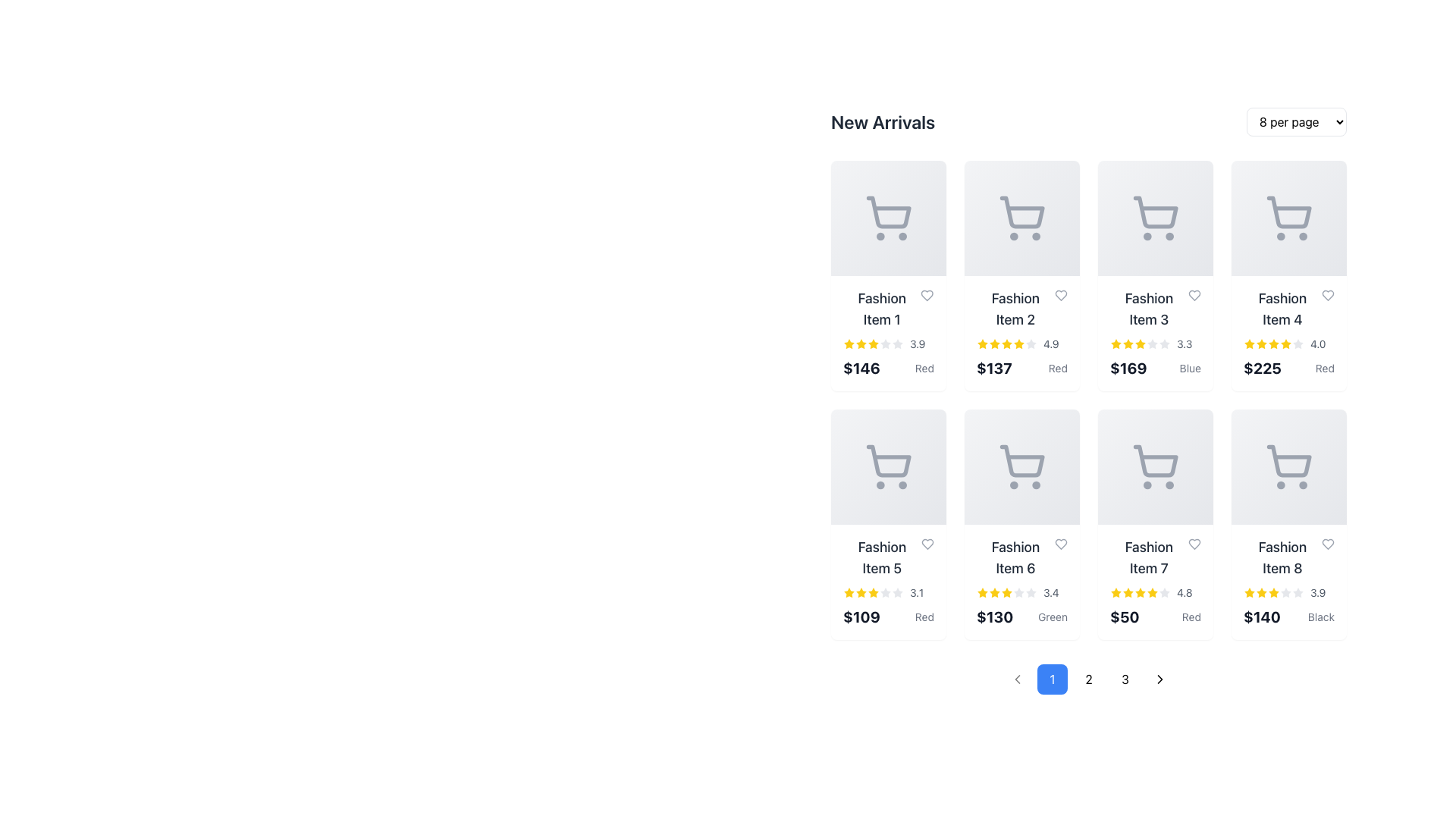  I want to click on the fifth star icon in the rating component of the 'Fashion Item 4' card, which is a small, gray-outlined star that is hollow and located in the first row, fourth column of the products grid, so click(1298, 344).